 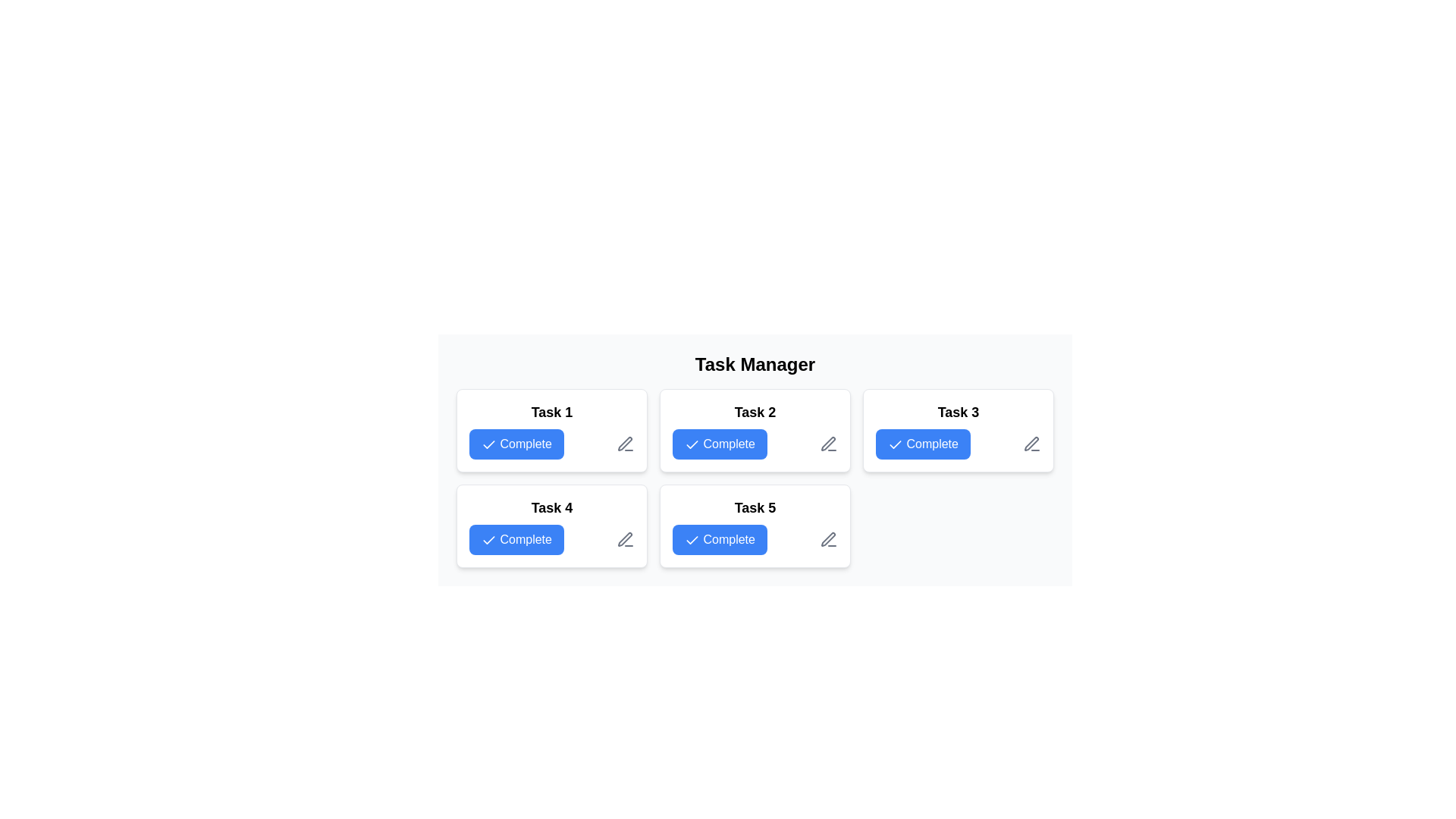 I want to click on the checkmark icon within the 'Complete' button for 'Task 2', which is styled with a blue background and features a white checkmark on the left side, so click(x=895, y=444).